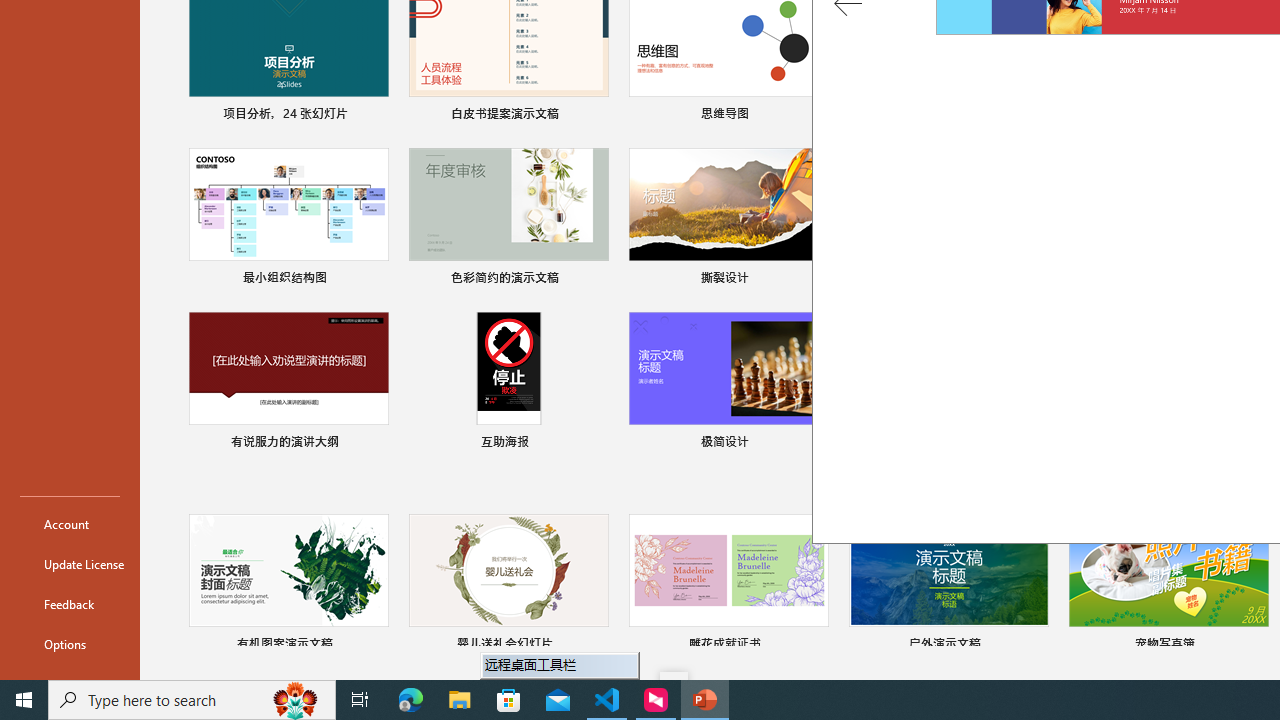 The image size is (1280, 720). What do you see at coordinates (69, 564) in the screenshot?
I see `'Update License'` at bounding box center [69, 564].